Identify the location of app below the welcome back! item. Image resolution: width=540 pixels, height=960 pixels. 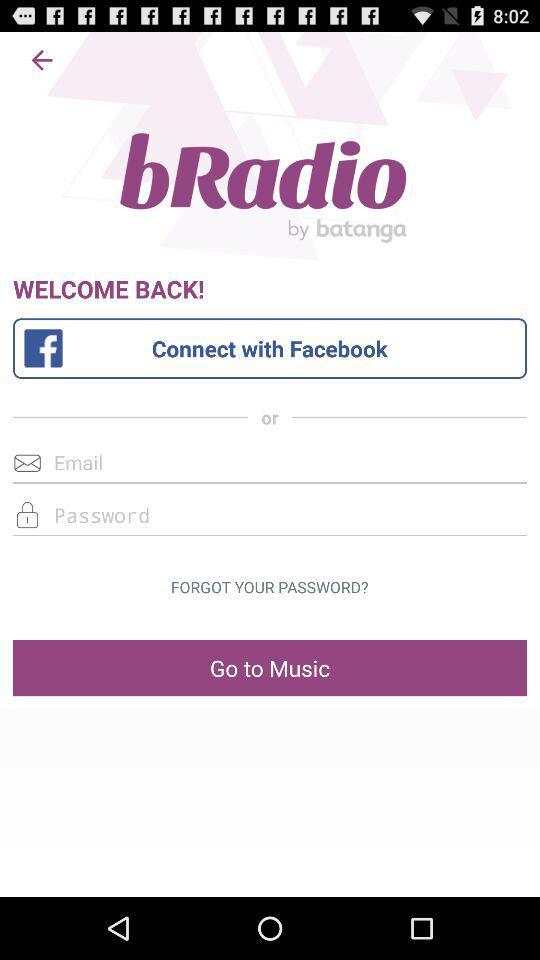
(269, 348).